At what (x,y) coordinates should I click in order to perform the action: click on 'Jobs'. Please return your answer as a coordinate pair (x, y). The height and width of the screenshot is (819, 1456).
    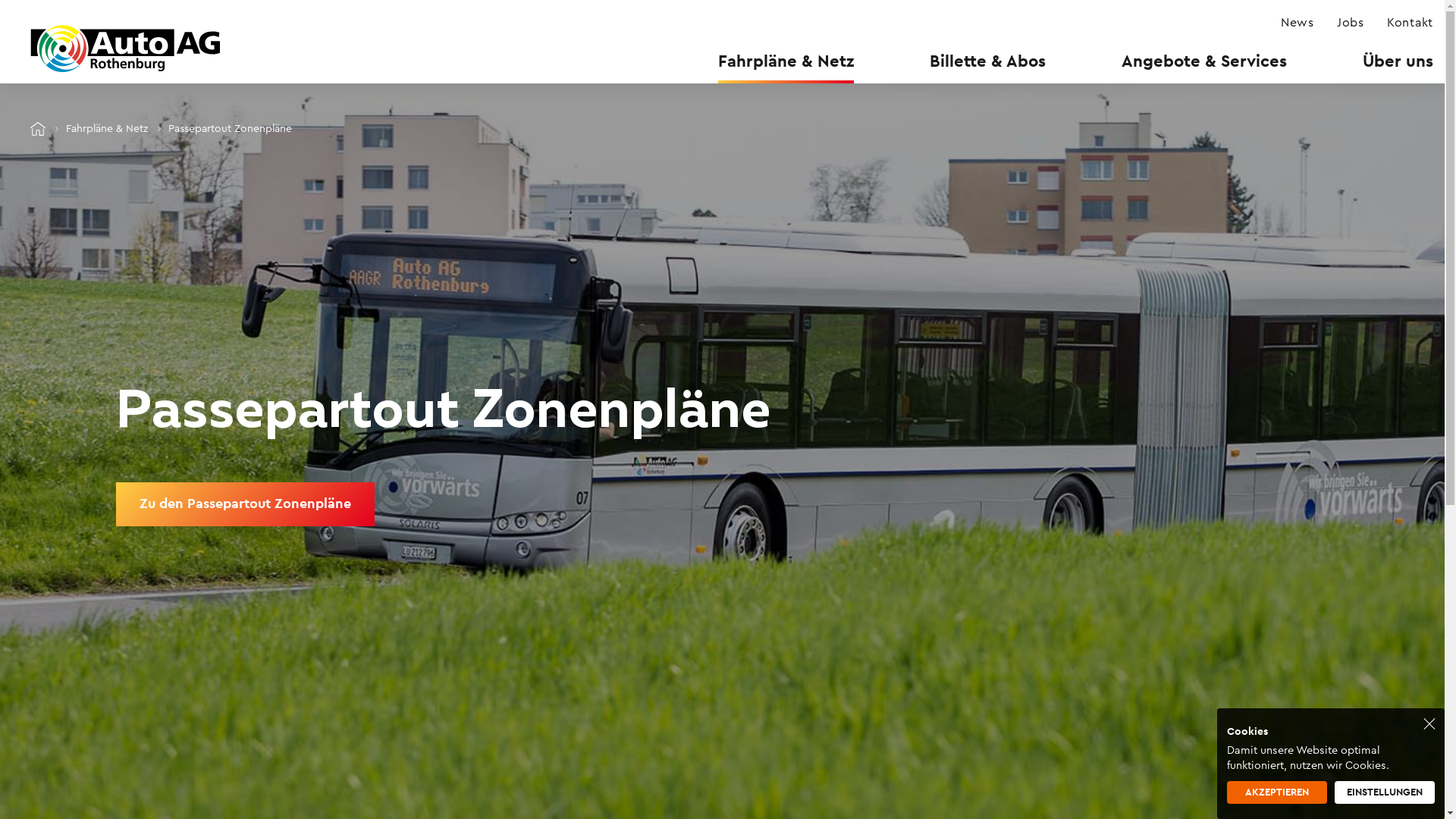
    Looking at the image, I should click on (1350, 23).